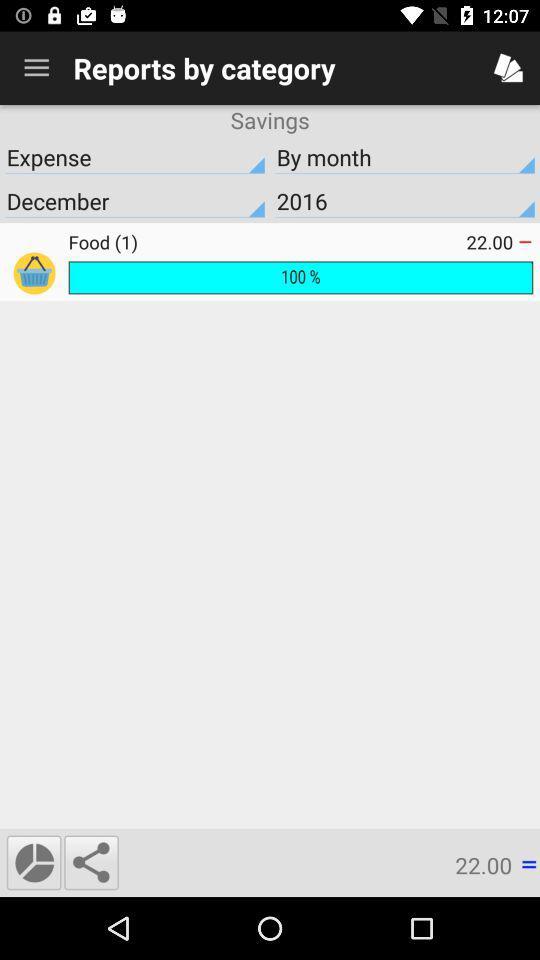 The image size is (540, 960). Describe the element at coordinates (33, 861) in the screenshot. I see `see pie chart` at that location.